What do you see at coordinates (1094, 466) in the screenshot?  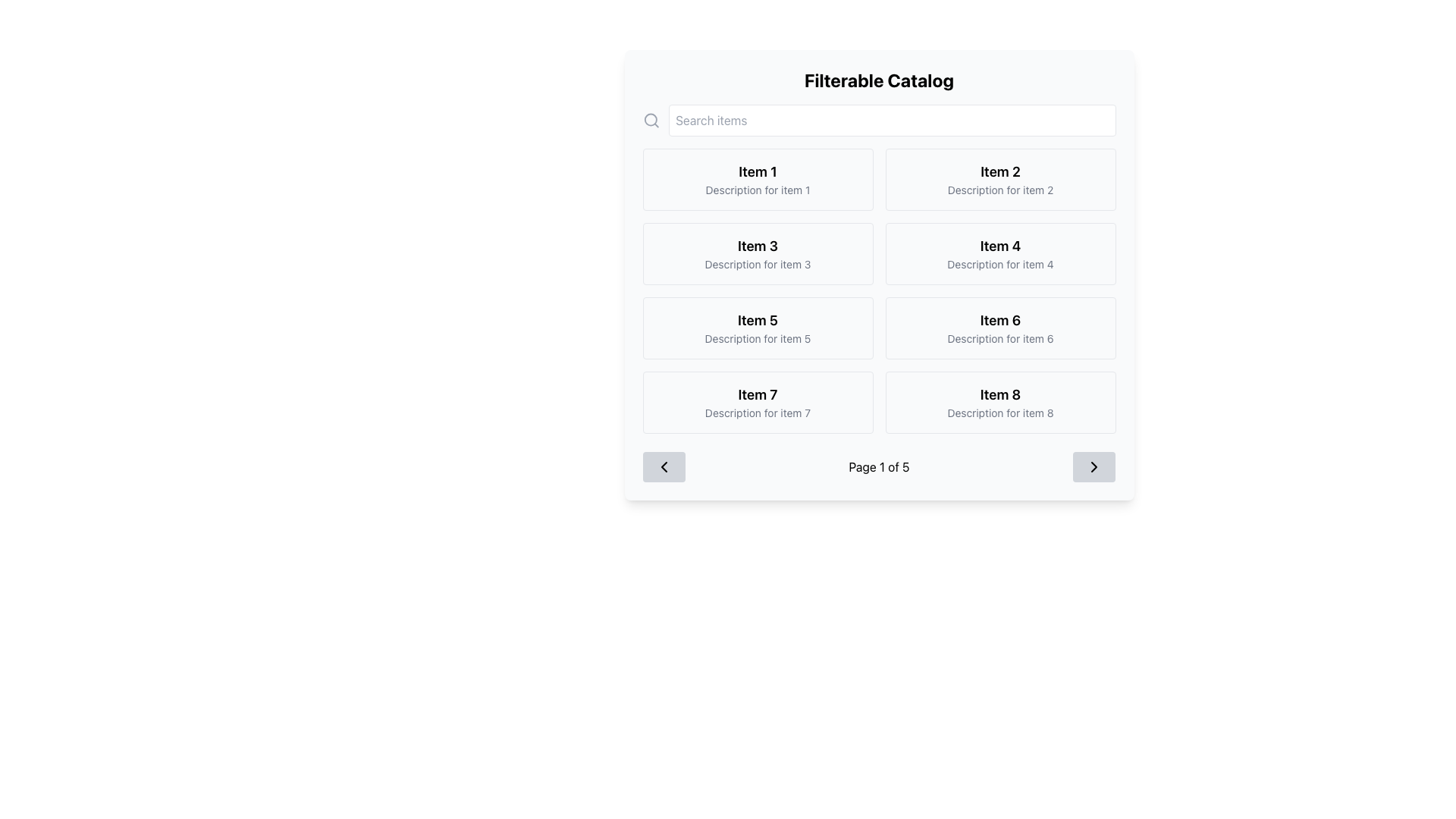 I see `the pagination button with the directional indicator icon` at bounding box center [1094, 466].